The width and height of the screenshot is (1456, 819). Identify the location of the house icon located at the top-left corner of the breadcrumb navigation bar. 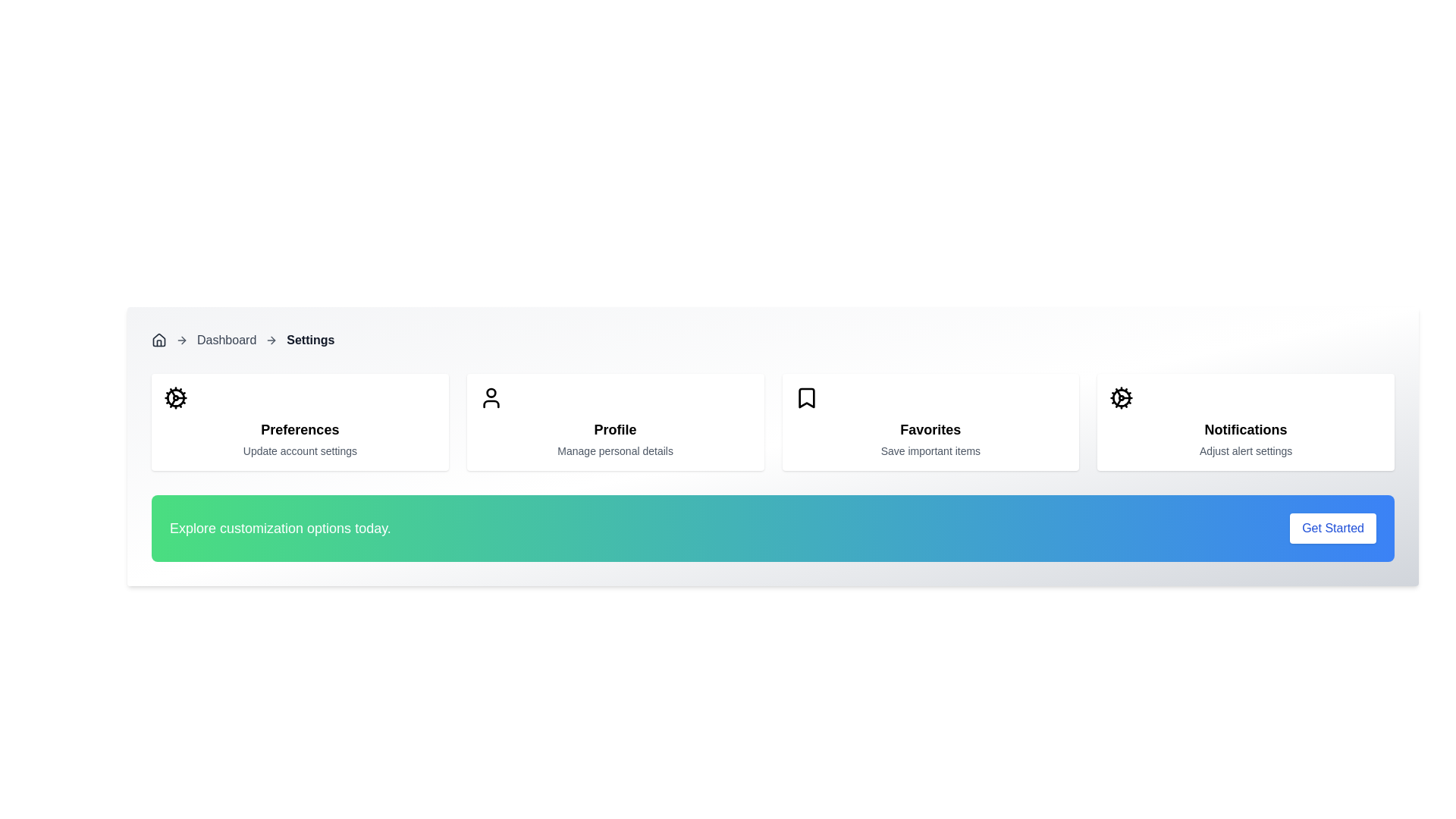
(159, 338).